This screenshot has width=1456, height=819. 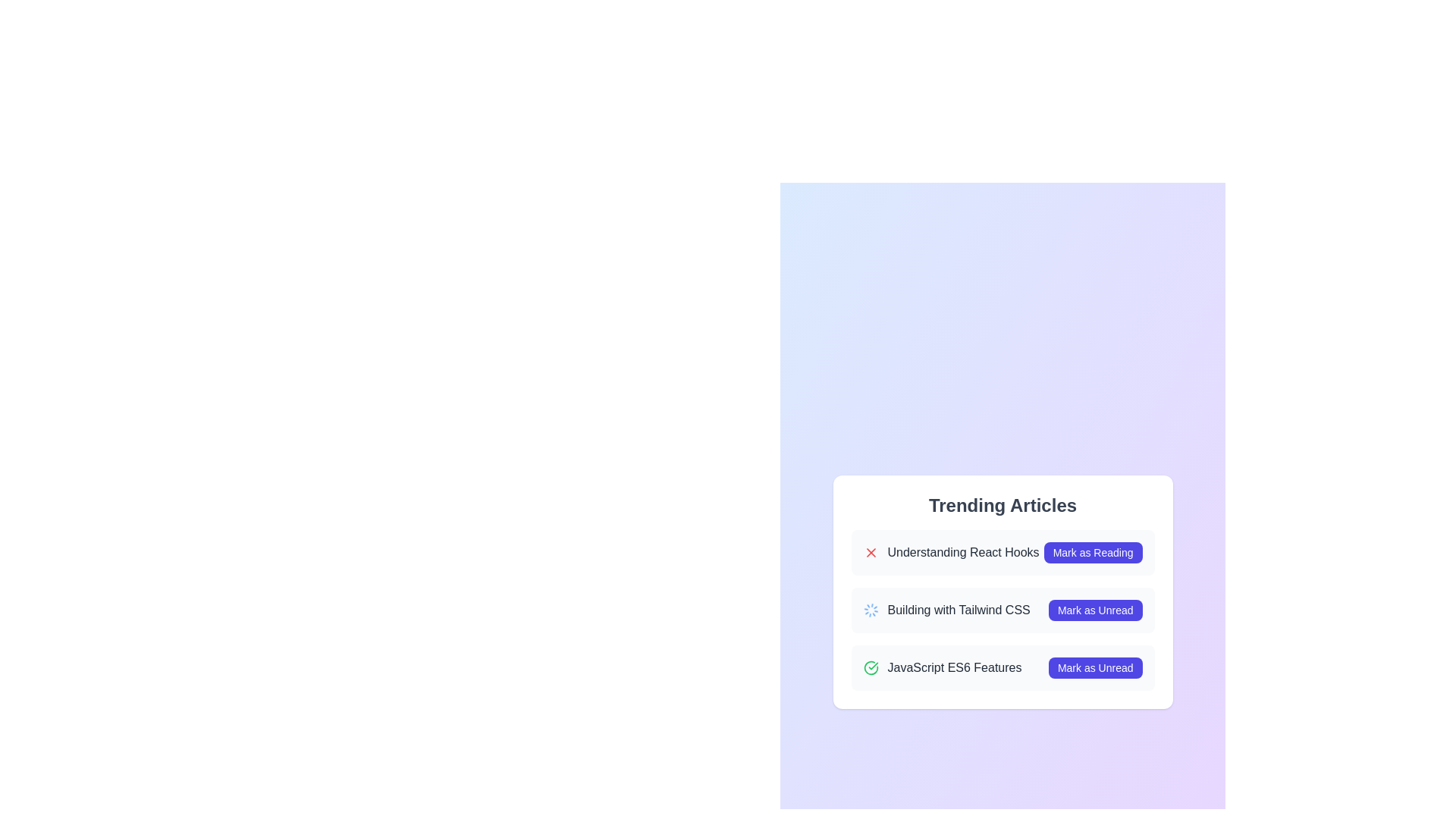 I want to click on the text label reading 'Understanding React Hooks', which is centrally placed within the 'Trending Articles' section and is the first article title in the list, so click(x=962, y=553).